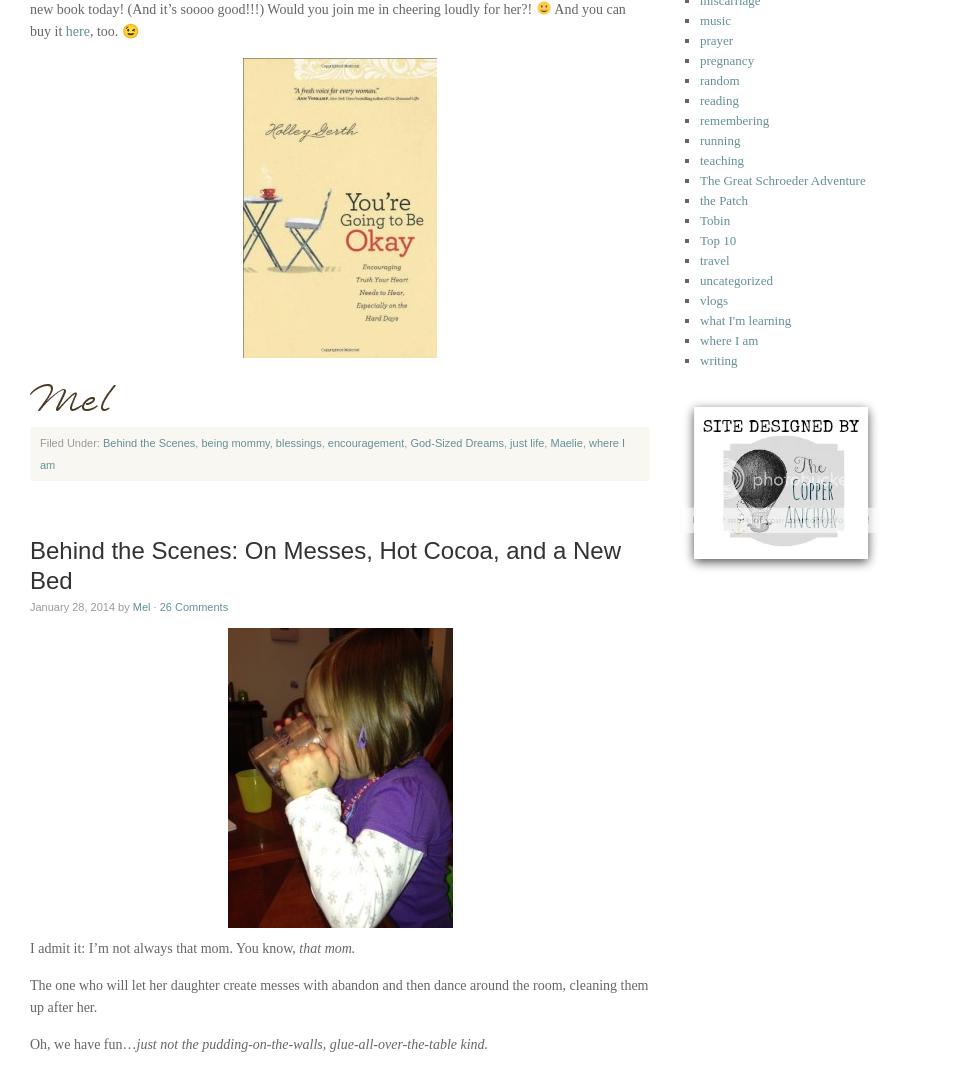  I want to click on 'Behind the Scenes', so click(148, 443).